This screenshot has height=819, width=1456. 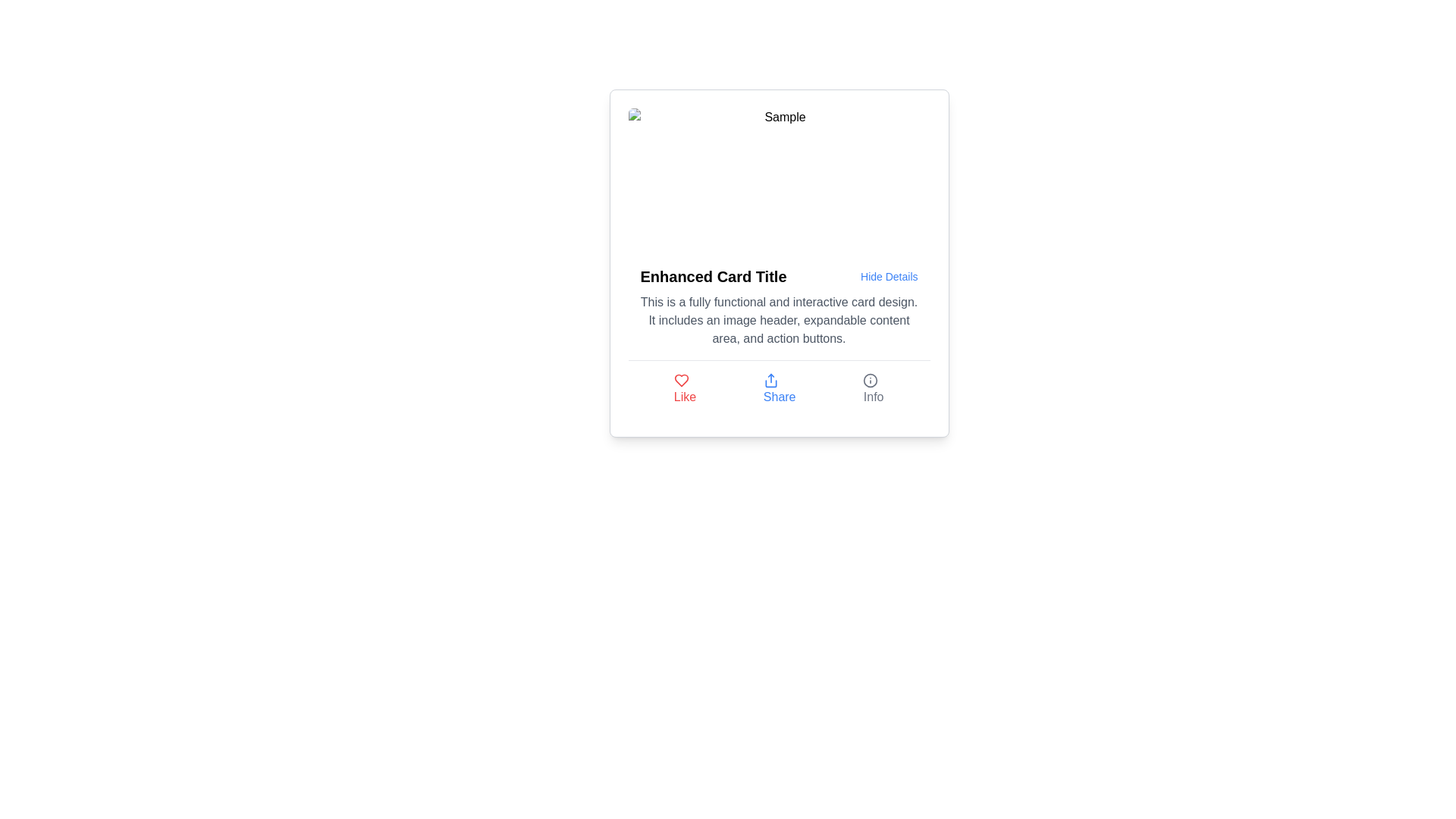 What do you see at coordinates (871, 379) in the screenshot?
I see `the circular information icon with an 'i' symbol, located at the bottom right of the card interface` at bounding box center [871, 379].